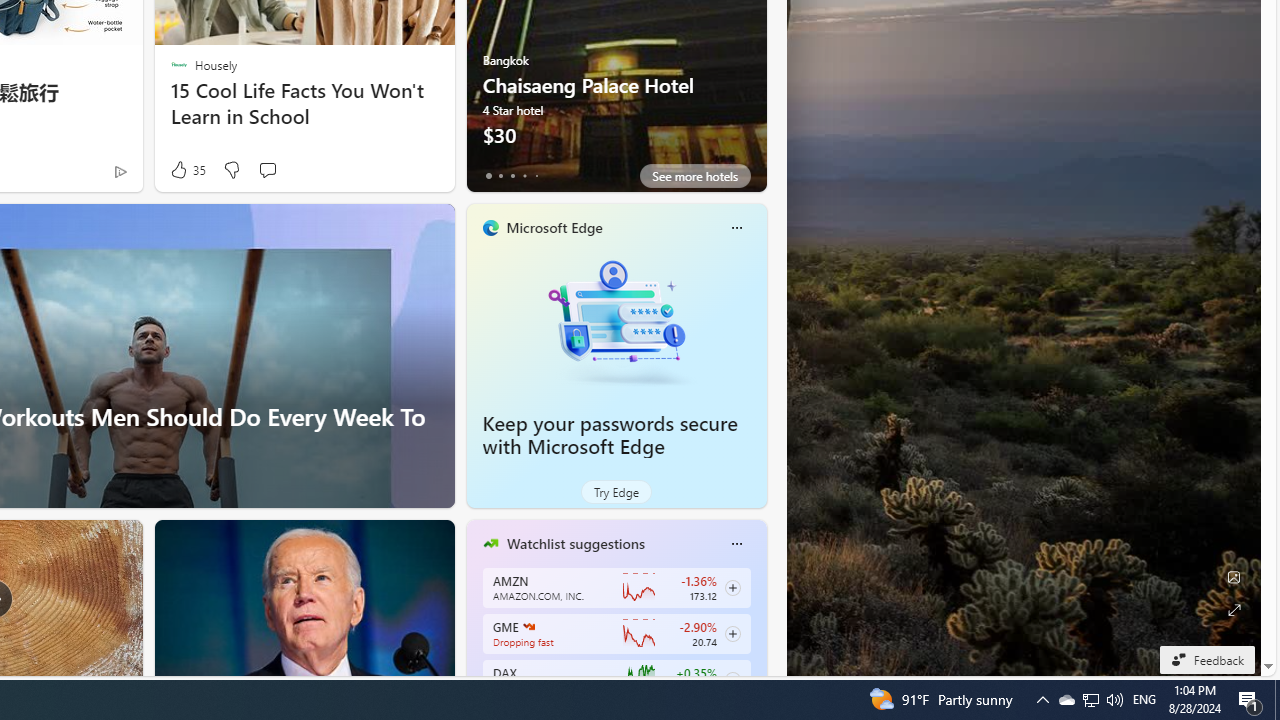  I want to click on 'Edit Background', so click(1232, 577).